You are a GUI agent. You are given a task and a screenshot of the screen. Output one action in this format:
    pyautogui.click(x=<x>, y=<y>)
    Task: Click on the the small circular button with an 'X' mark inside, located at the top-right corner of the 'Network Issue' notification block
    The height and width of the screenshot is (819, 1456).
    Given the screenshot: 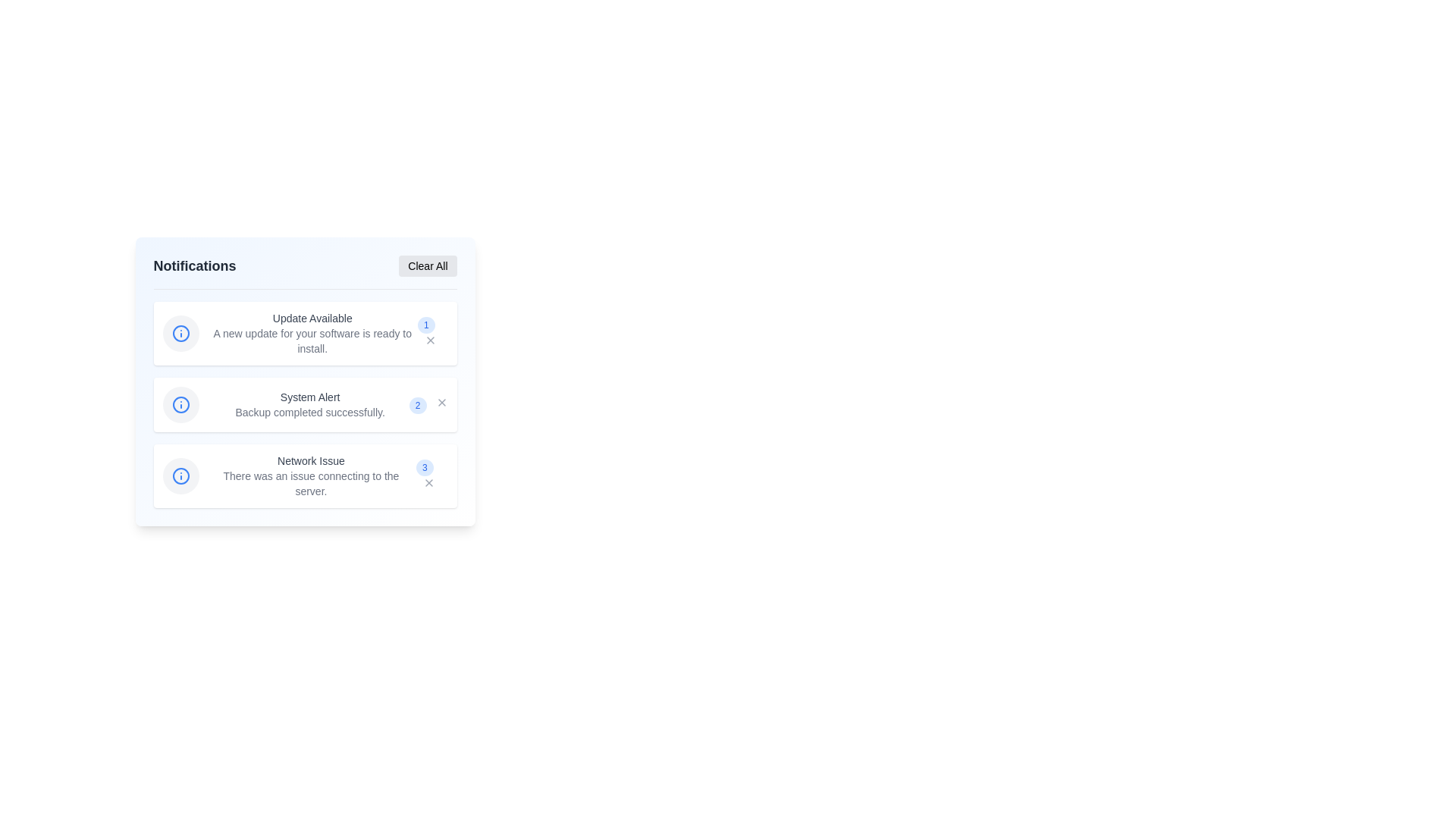 What is the action you would take?
    pyautogui.click(x=428, y=482)
    